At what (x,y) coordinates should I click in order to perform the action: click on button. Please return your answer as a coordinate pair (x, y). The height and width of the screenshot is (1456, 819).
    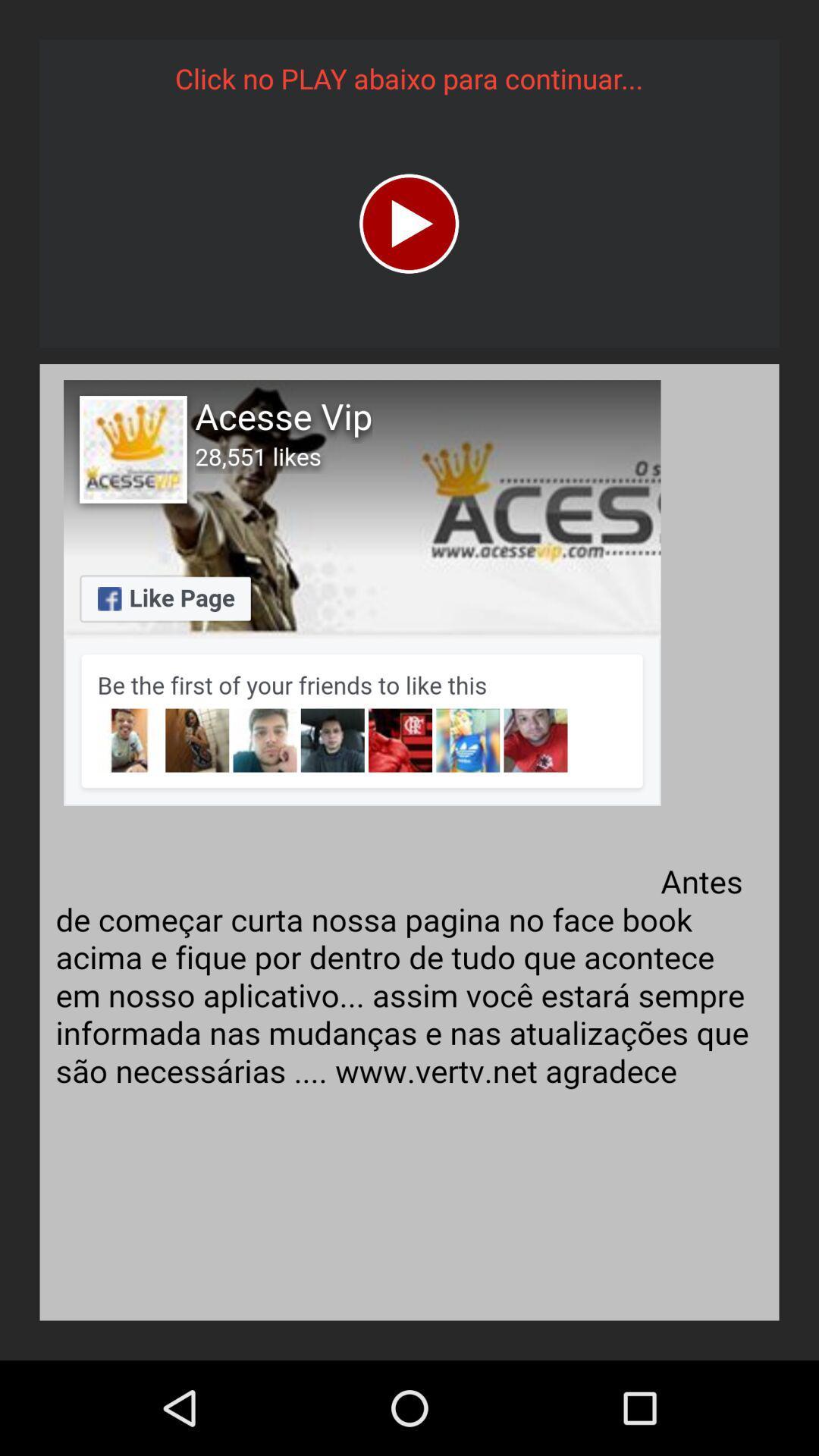
    Looking at the image, I should click on (408, 223).